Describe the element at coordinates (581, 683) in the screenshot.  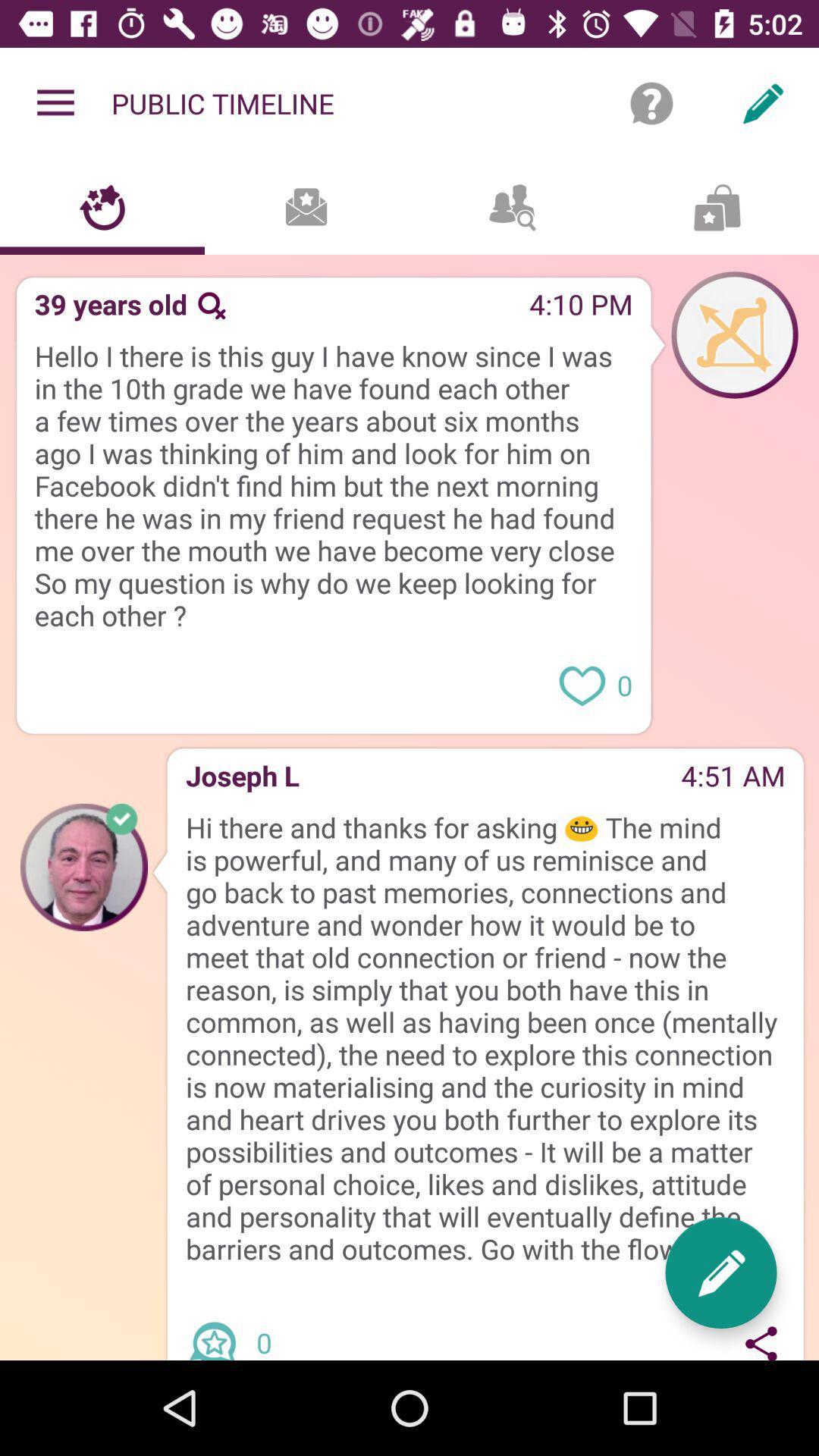
I see `love message` at that location.